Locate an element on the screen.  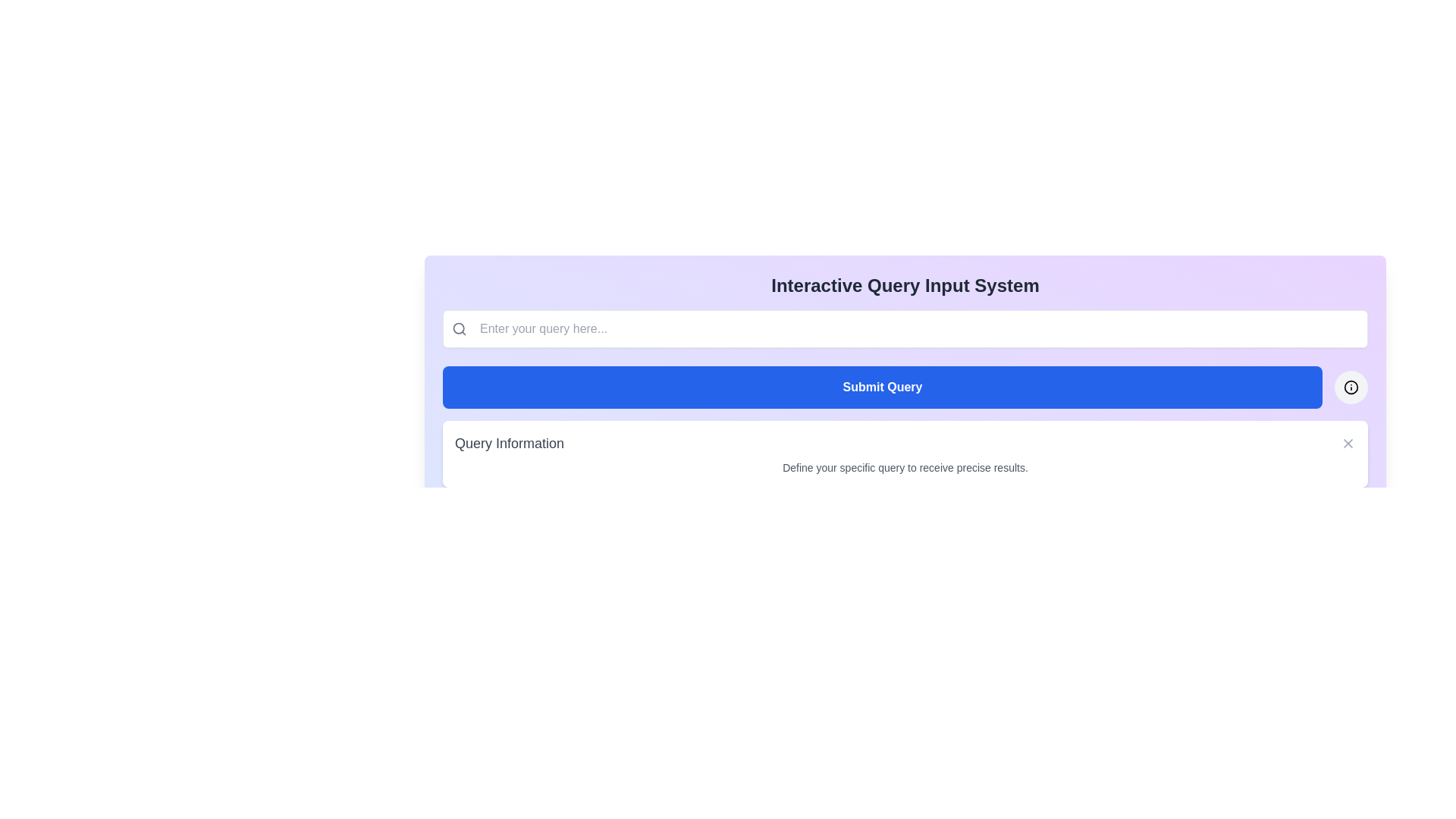
the outermost circular graphical element of the information icon structure located at the top-right corner of the interface is located at coordinates (1351, 385).